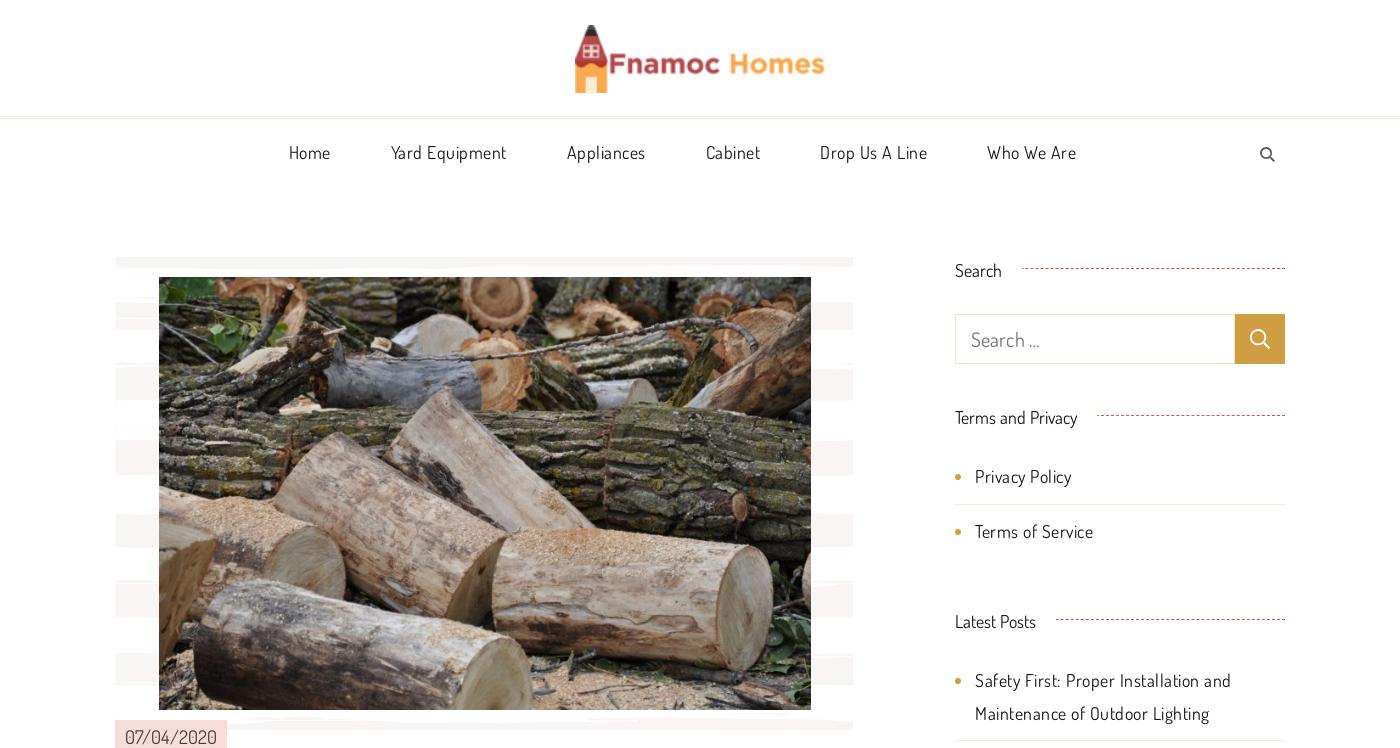  What do you see at coordinates (1015, 415) in the screenshot?
I see `'Terms and Privacy'` at bounding box center [1015, 415].